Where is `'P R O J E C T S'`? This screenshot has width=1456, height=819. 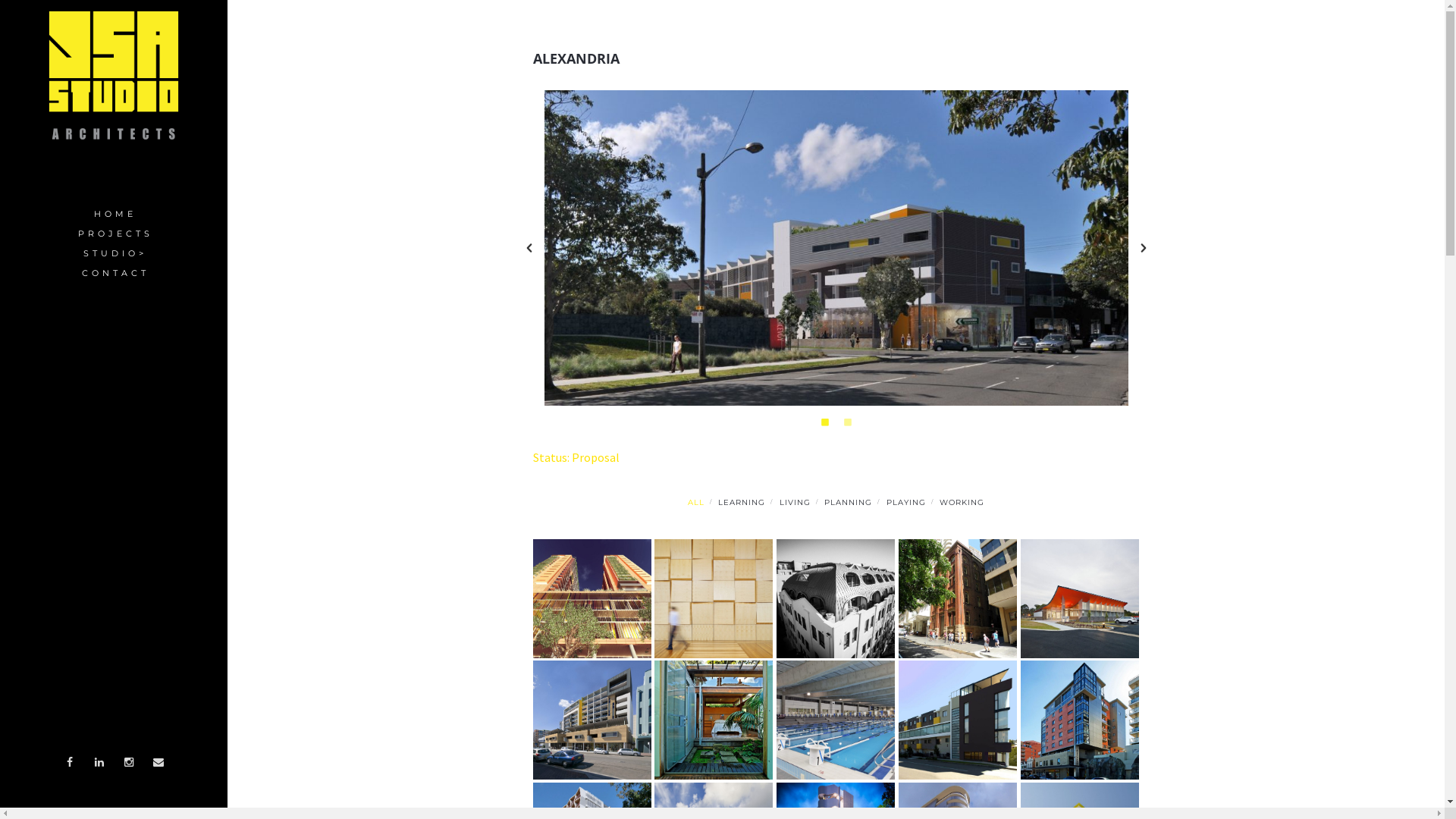 'P R O J E C T S' is located at coordinates (112, 234).